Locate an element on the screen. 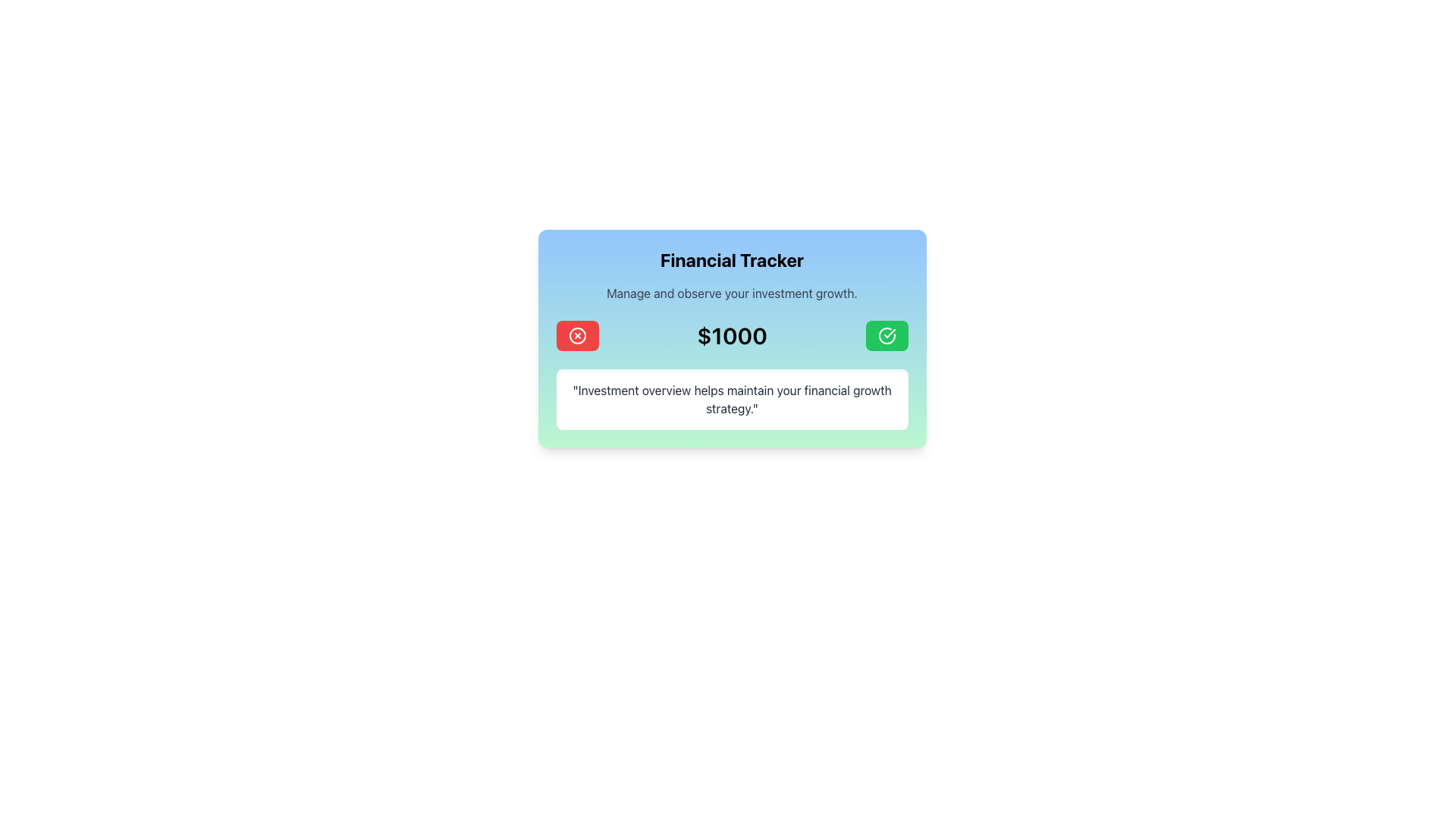 The width and height of the screenshot is (1456, 819). the status representation by focusing on the circular icon featuring a checkmark with a green background, located at the bottom right of the card component is located at coordinates (886, 335).